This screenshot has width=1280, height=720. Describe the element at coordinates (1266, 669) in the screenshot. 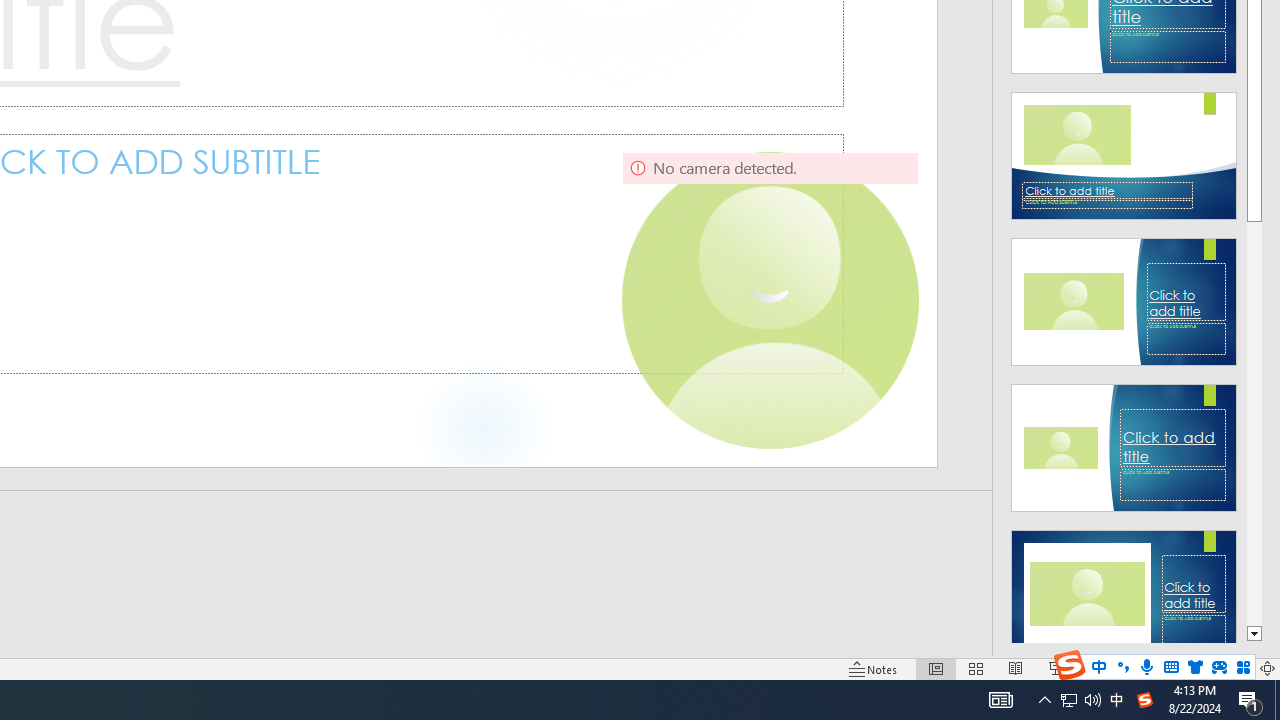

I see `'Zoom to Fit '` at that location.